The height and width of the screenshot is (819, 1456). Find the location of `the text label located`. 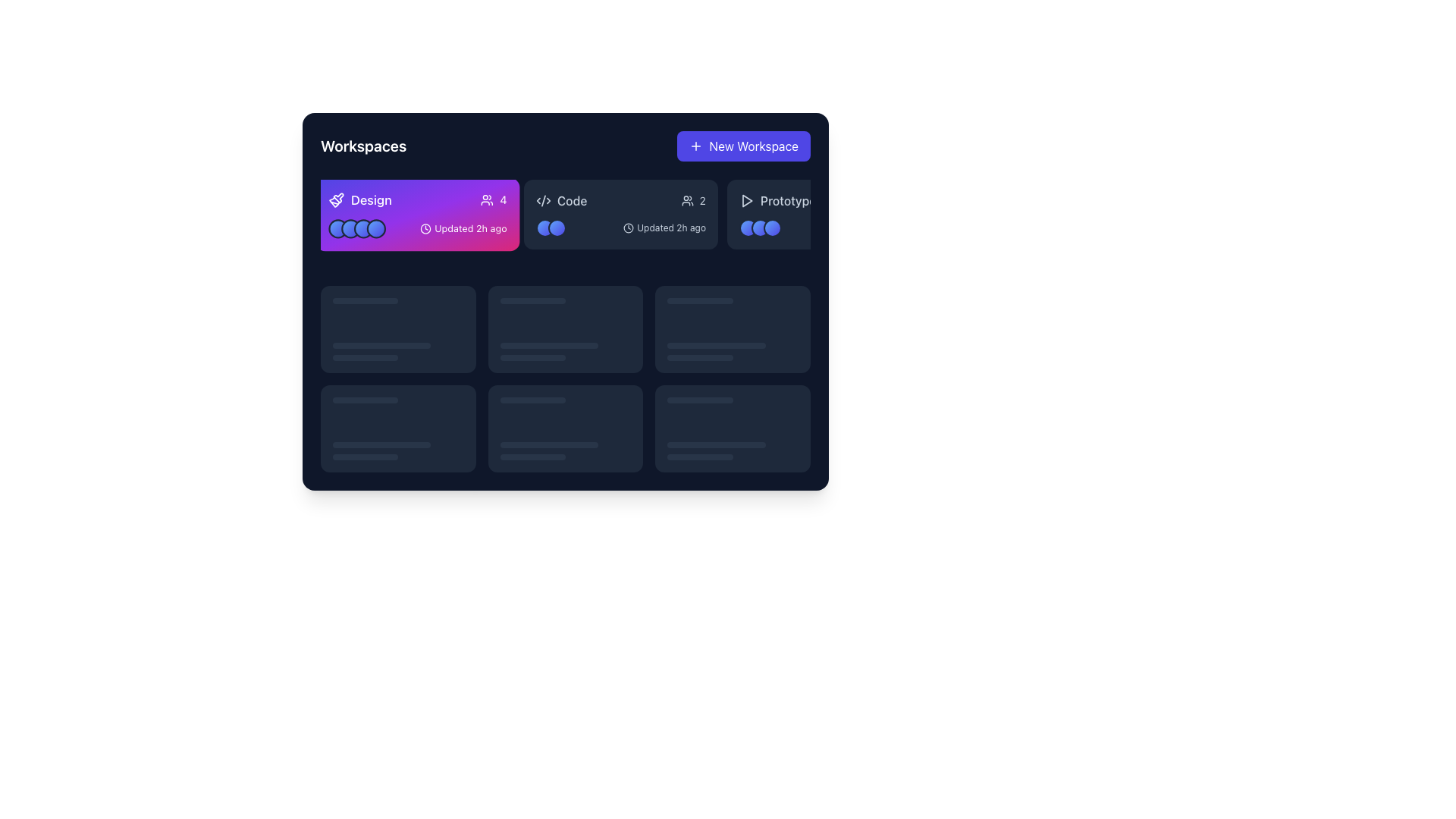

the text label located is located at coordinates (788, 200).